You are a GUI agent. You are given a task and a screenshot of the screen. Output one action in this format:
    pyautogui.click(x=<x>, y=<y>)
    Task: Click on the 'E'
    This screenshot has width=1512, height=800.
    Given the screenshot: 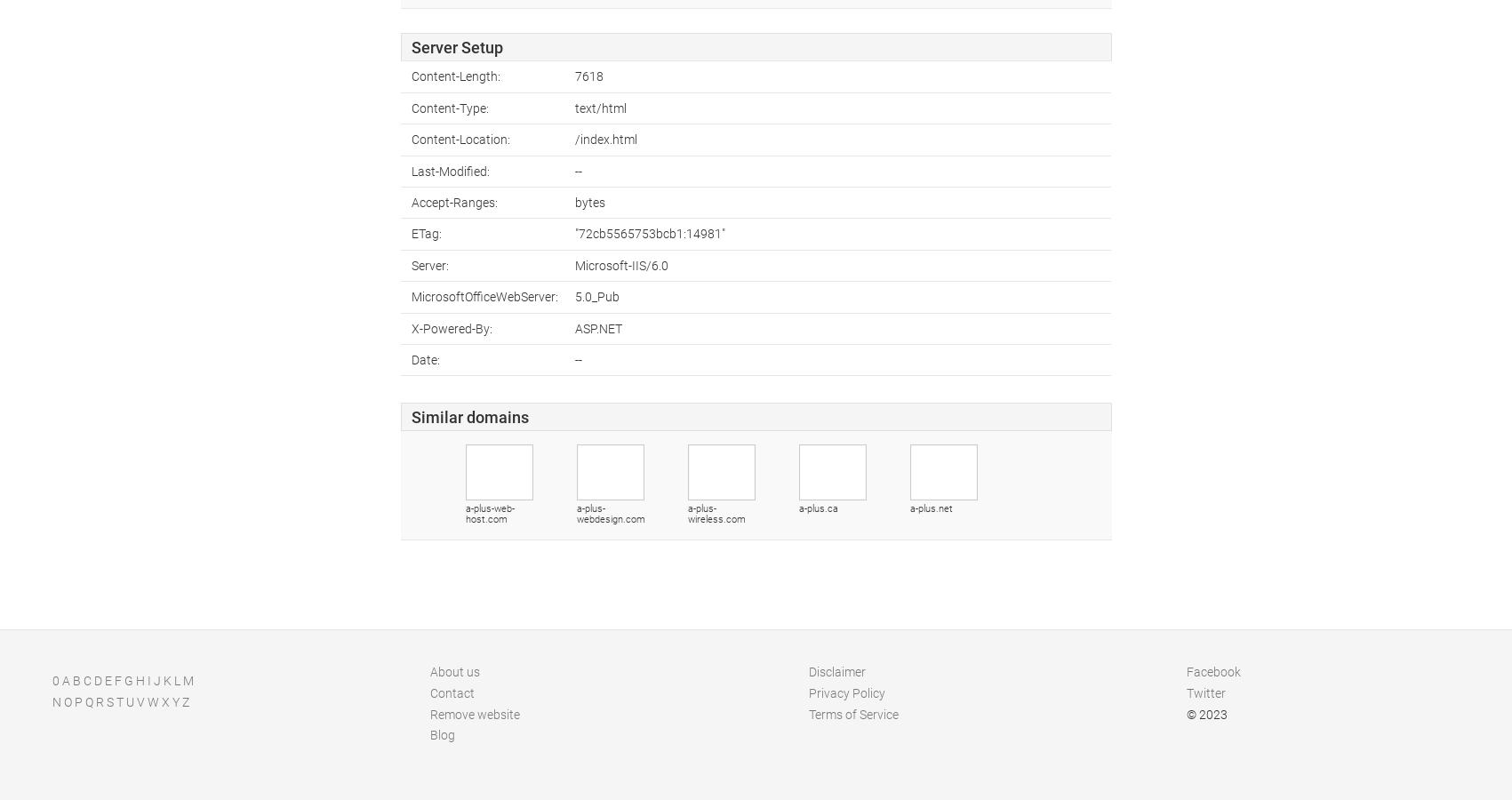 What is the action you would take?
    pyautogui.click(x=108, y=679)
    